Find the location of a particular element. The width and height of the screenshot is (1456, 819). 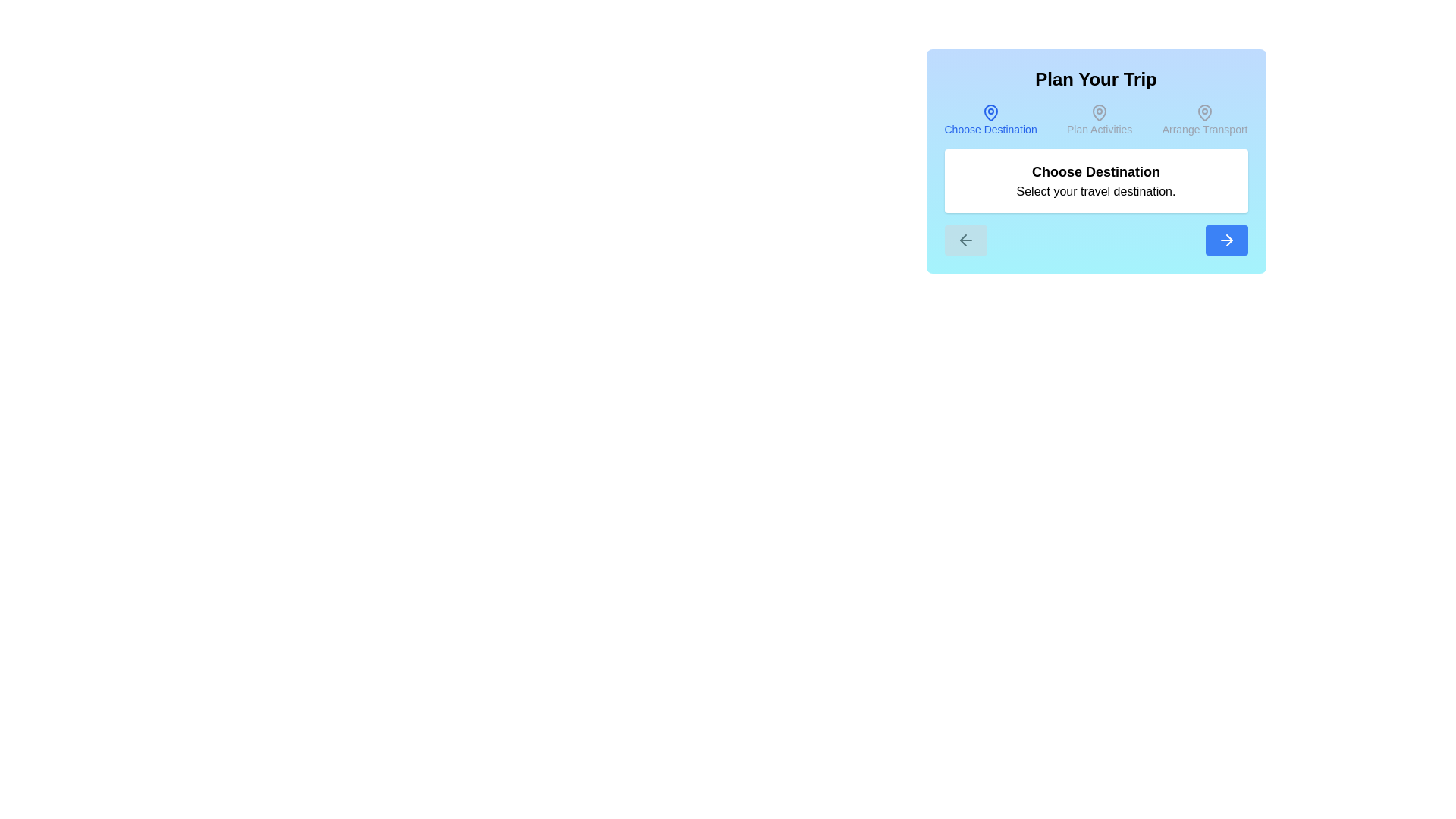

the step indicator corresponding to Plan Activities to move to that step is located at coordinates (1100, 119).